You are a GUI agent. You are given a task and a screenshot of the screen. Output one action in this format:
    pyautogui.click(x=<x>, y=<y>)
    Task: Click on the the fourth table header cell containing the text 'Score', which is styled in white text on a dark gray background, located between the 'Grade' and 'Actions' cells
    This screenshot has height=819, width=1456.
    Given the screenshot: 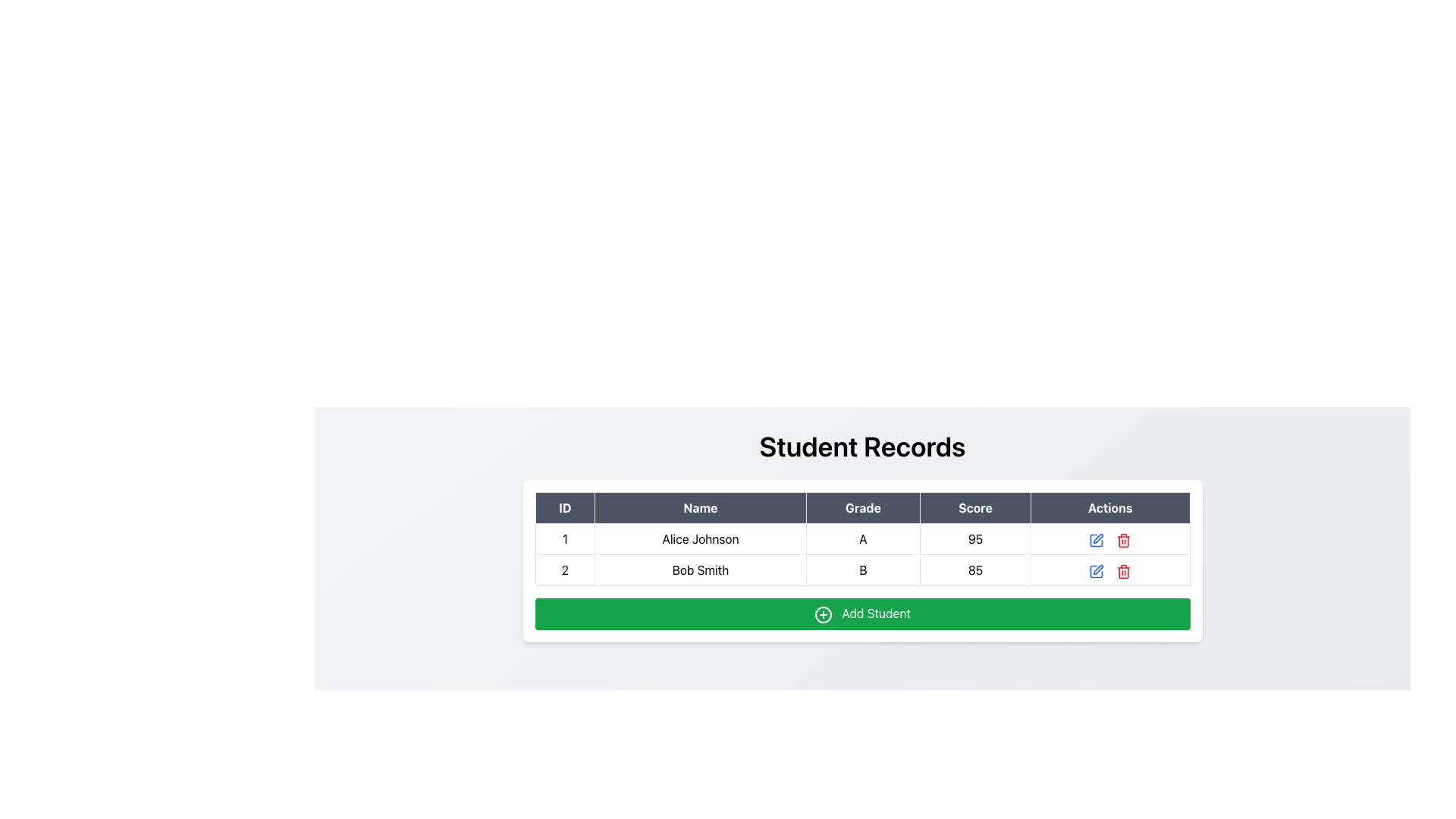 What is the action you would take?
    pyautogui.click(x=975, y=508)
    